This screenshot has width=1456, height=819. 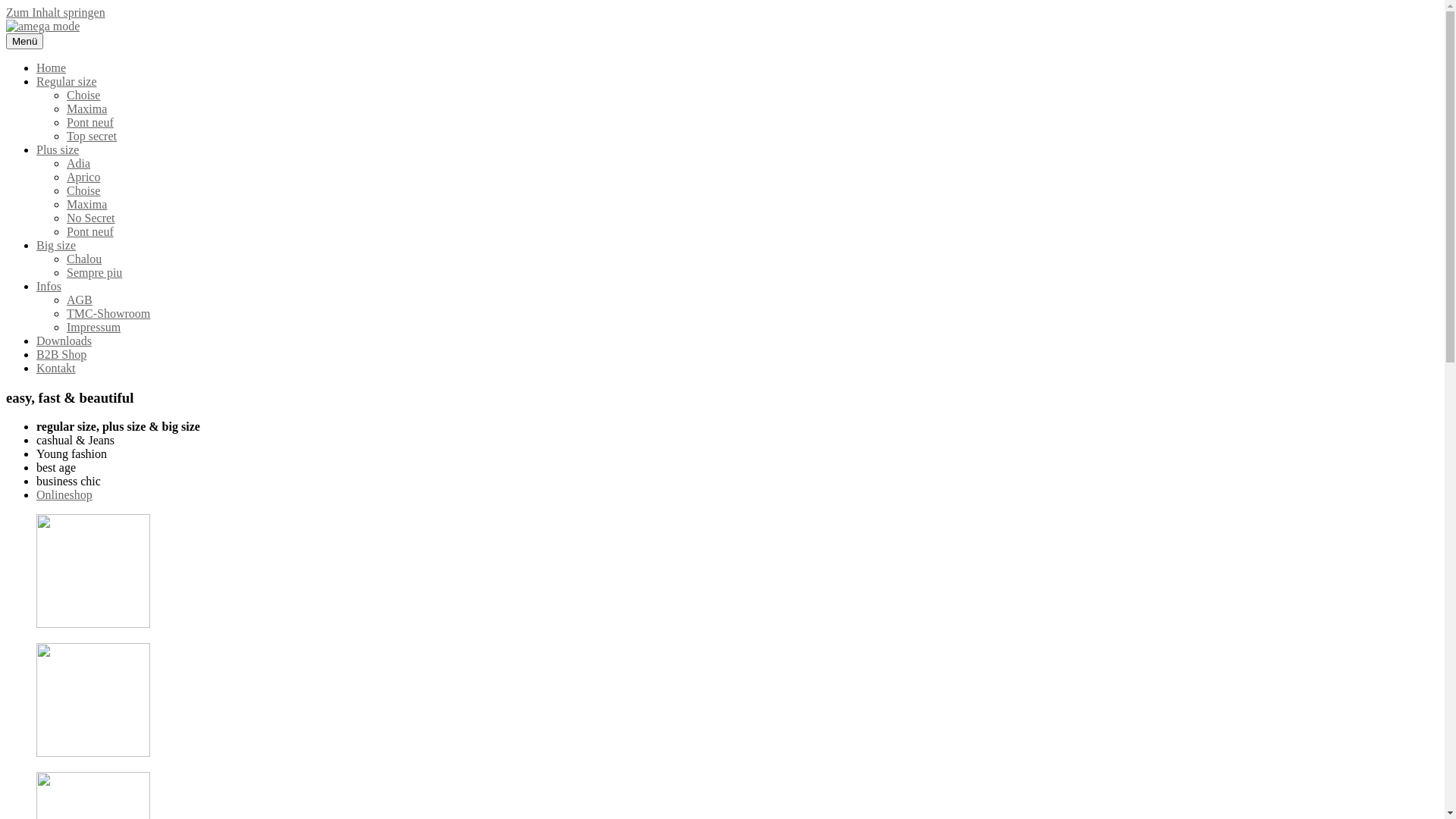 What do you see at coordinates (65, 108) in the screenshot?
I see `'Maxima'` at bounding box center [65, 108].